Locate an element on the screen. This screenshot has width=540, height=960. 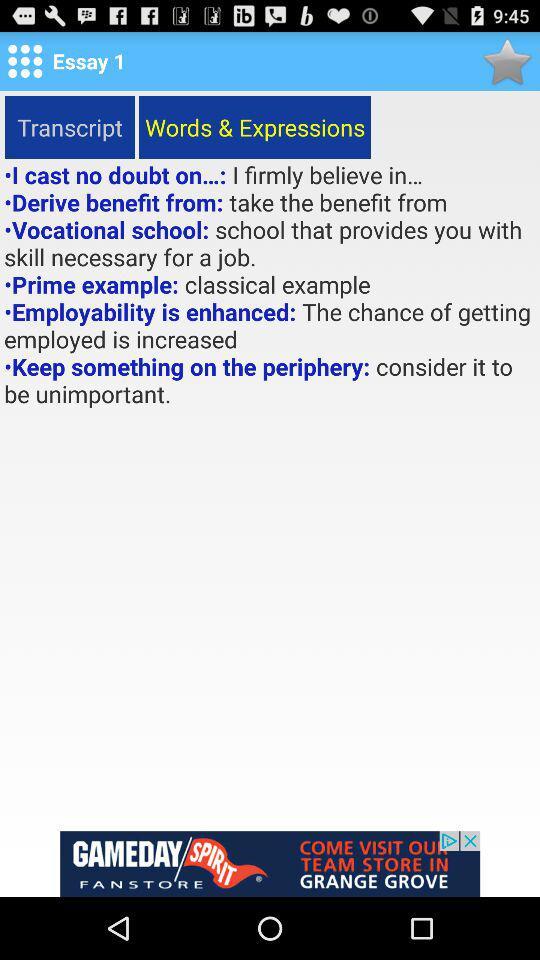
bookmark option is located at coordinates (507, 61).